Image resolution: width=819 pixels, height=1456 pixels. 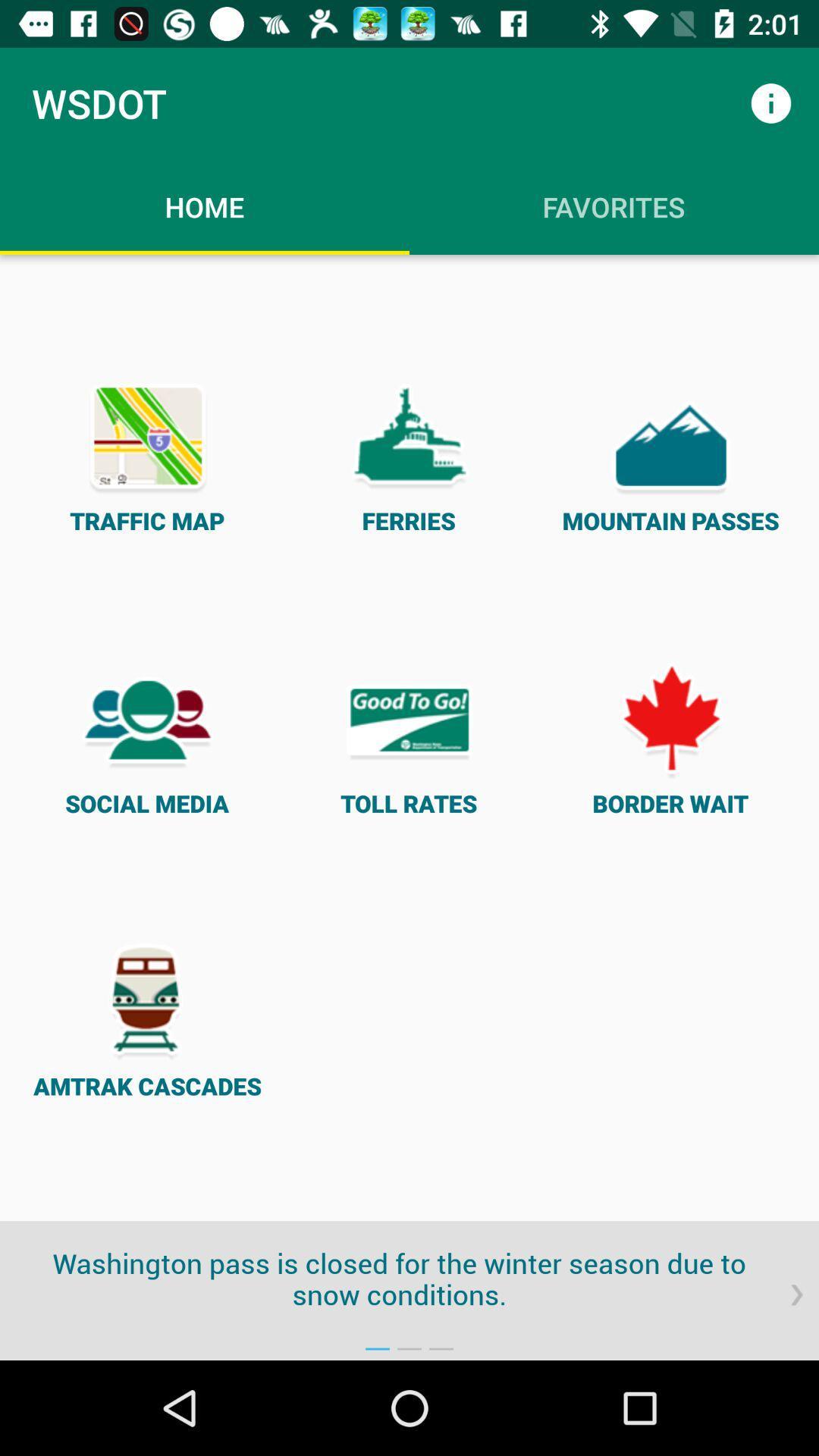 What do you see at coordinates (409, 1279) in the screenshot?
I see `the washington pass is` at bounding box center [409, 1279].